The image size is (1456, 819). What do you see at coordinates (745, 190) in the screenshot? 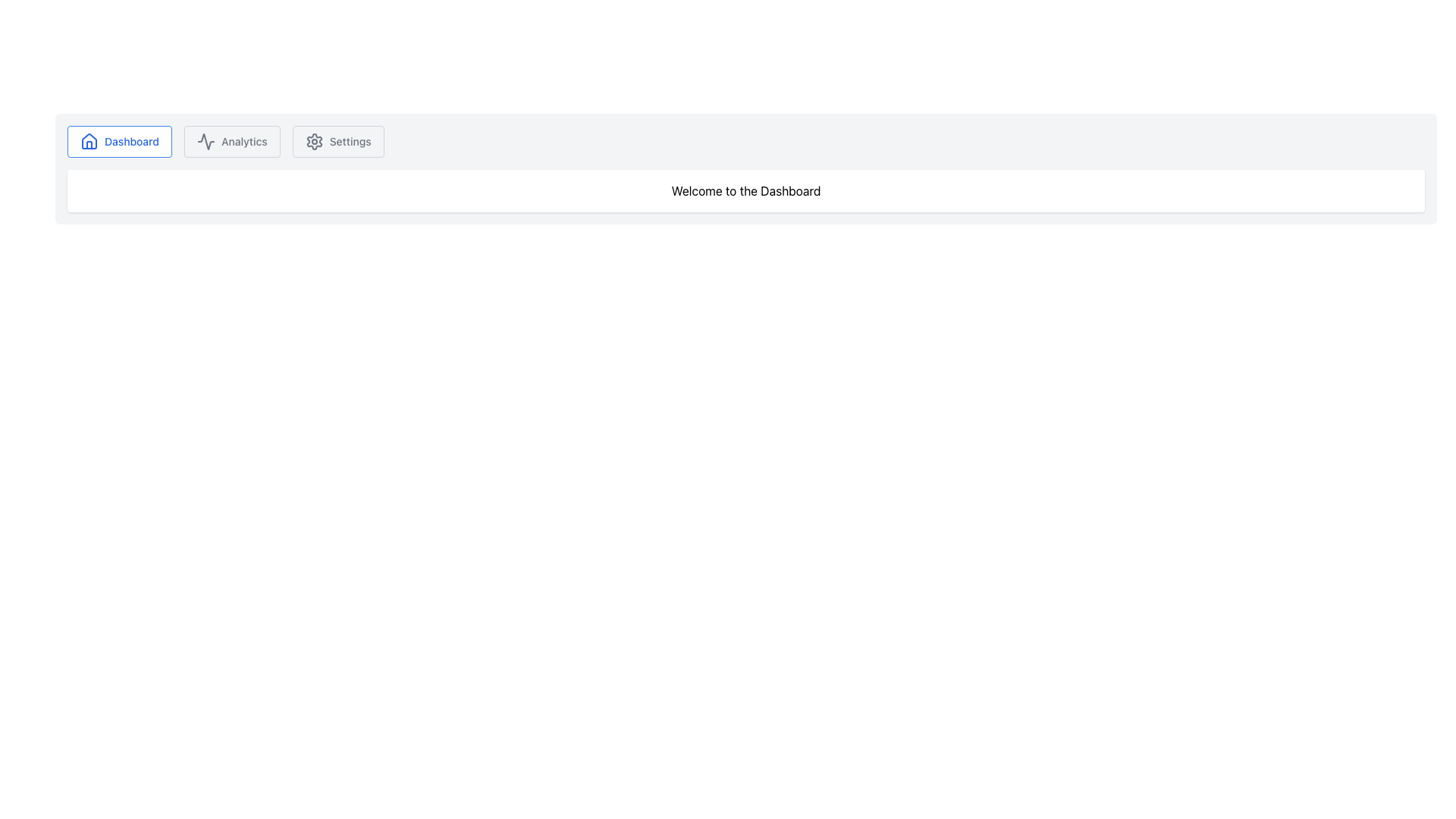
I see `welcoming text label located centrally below the top menu bar in the dashboard interface` at bounding box center [745, 190].